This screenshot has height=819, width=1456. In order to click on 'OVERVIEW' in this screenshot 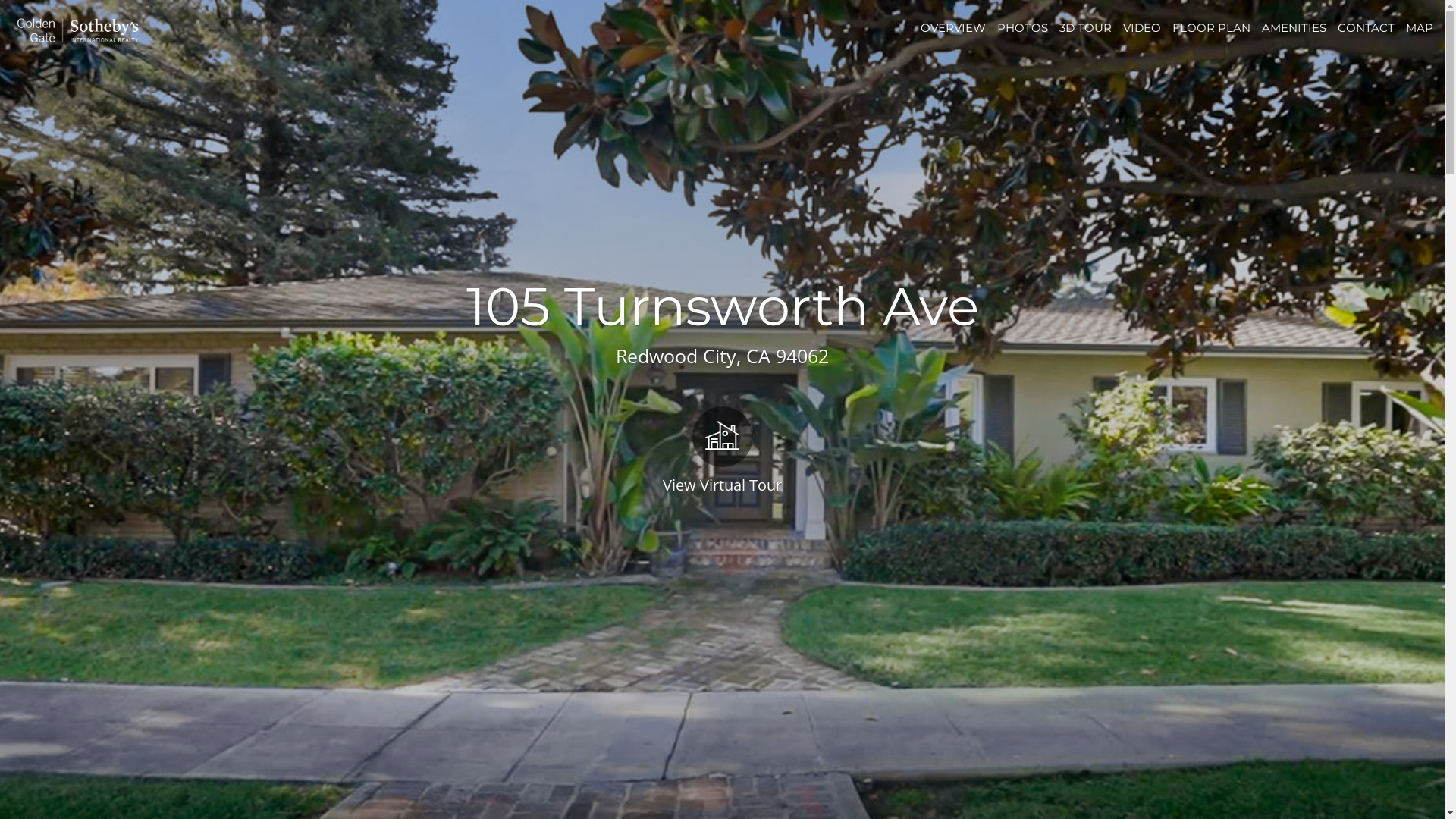, I will do `click(952, 27)`.